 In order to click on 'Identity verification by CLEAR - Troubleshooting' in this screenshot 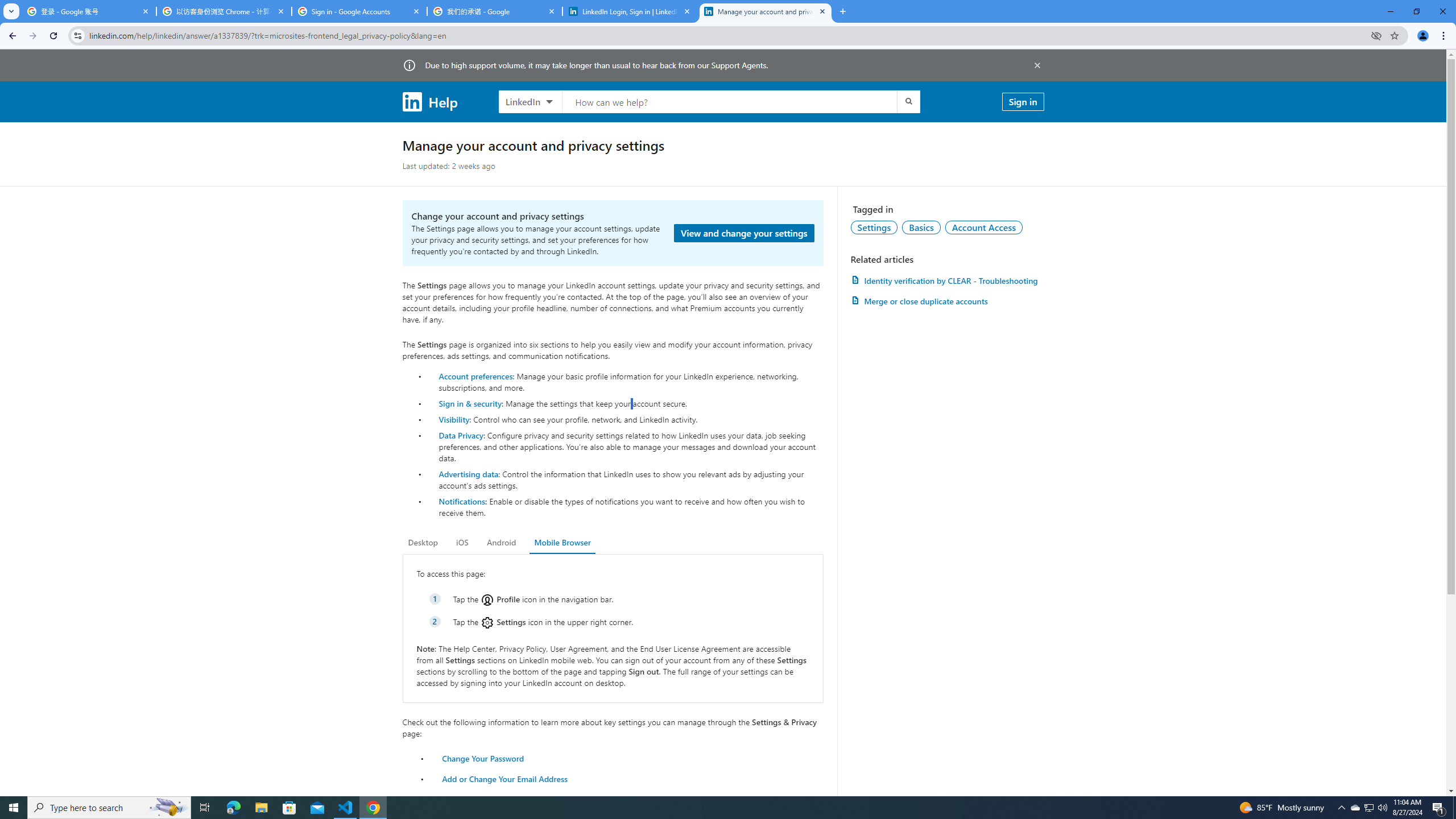, I will do `click(946, 280)`.